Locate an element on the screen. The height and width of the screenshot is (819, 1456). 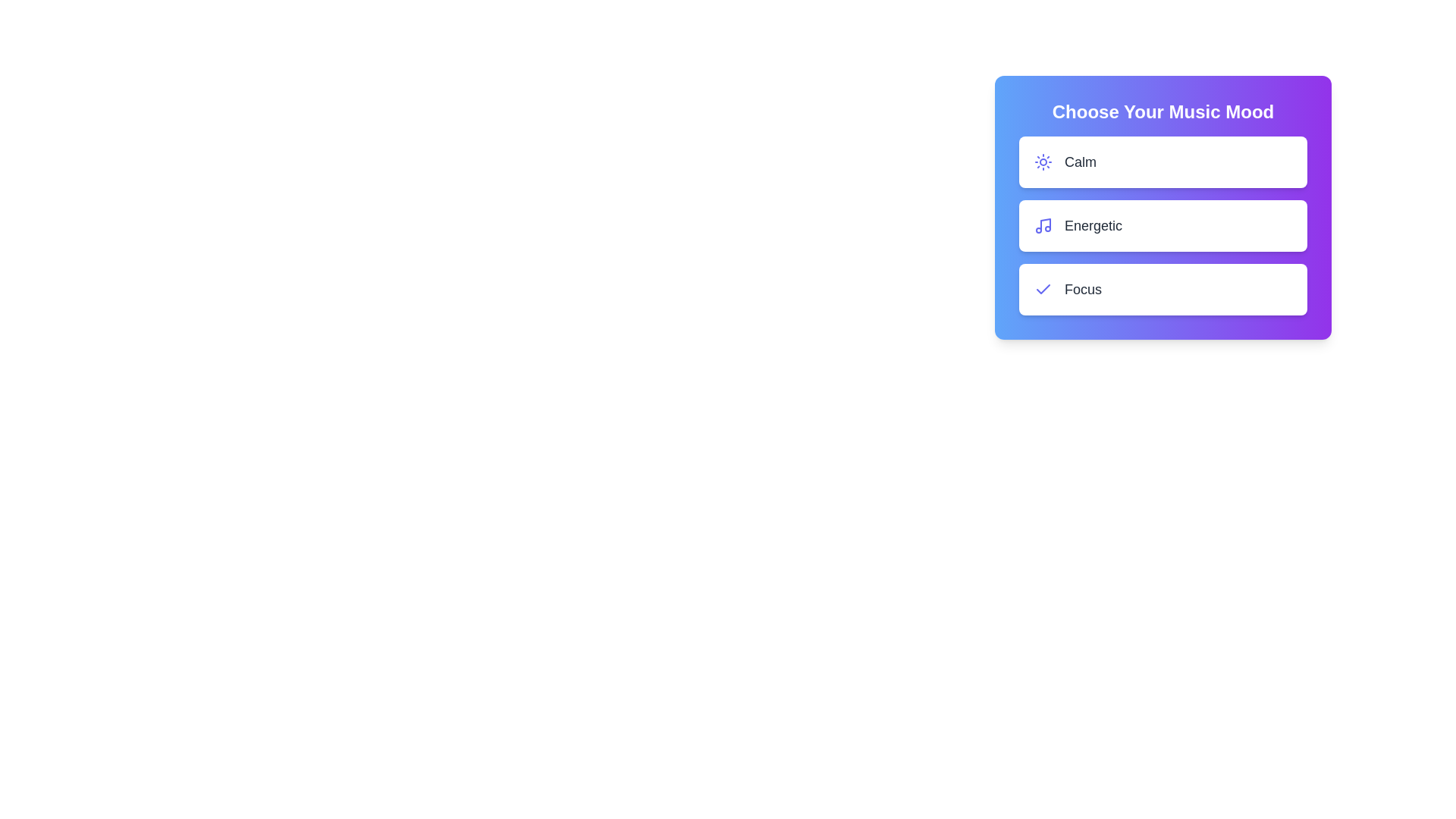
the text label displaying 'Energetic', which is styled with a large font size and dark gray color, located in the second block of selectable cards in a modal-like component is located at coordinates (1094, 225).